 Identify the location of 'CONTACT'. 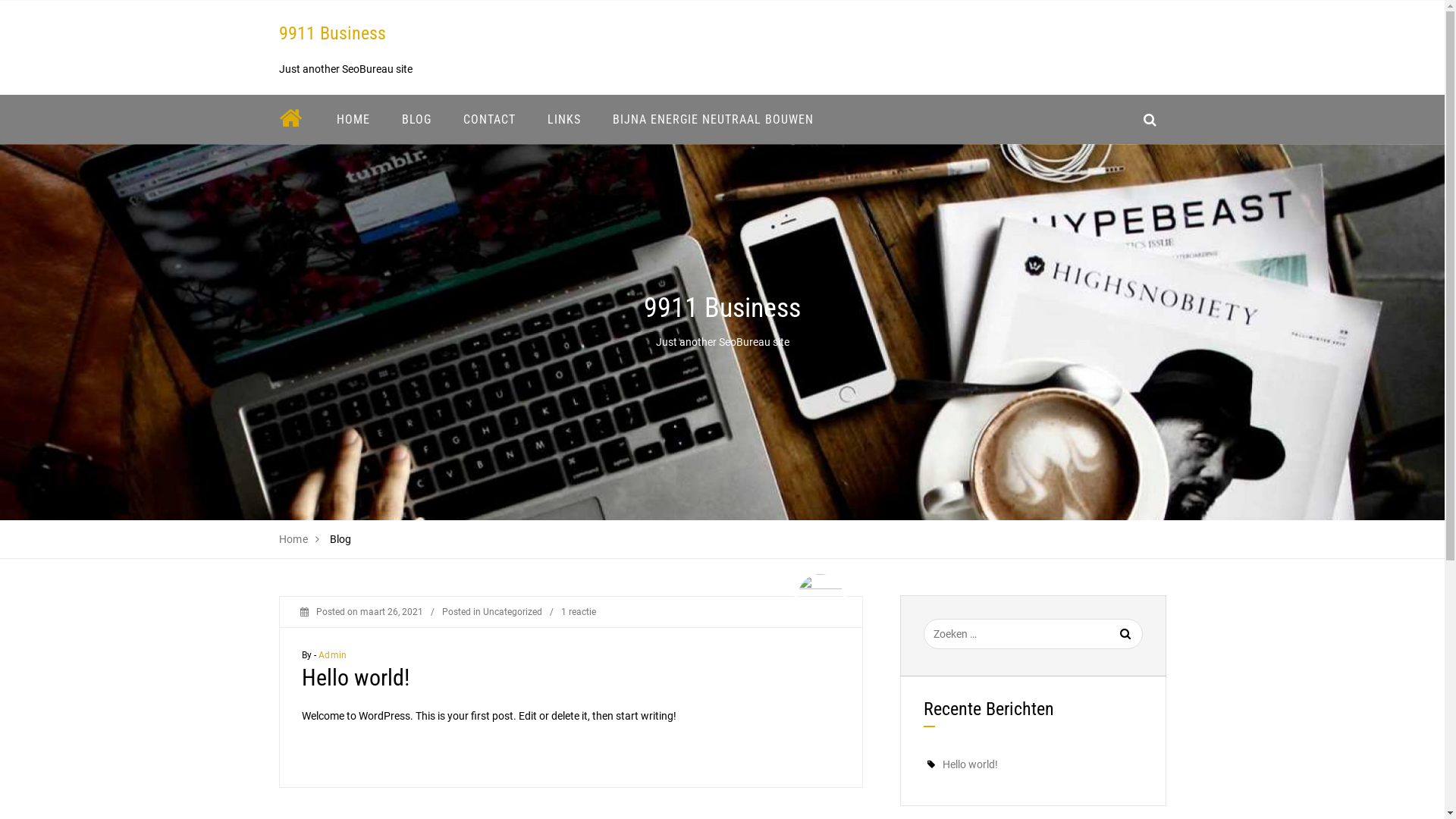
(453, 118).